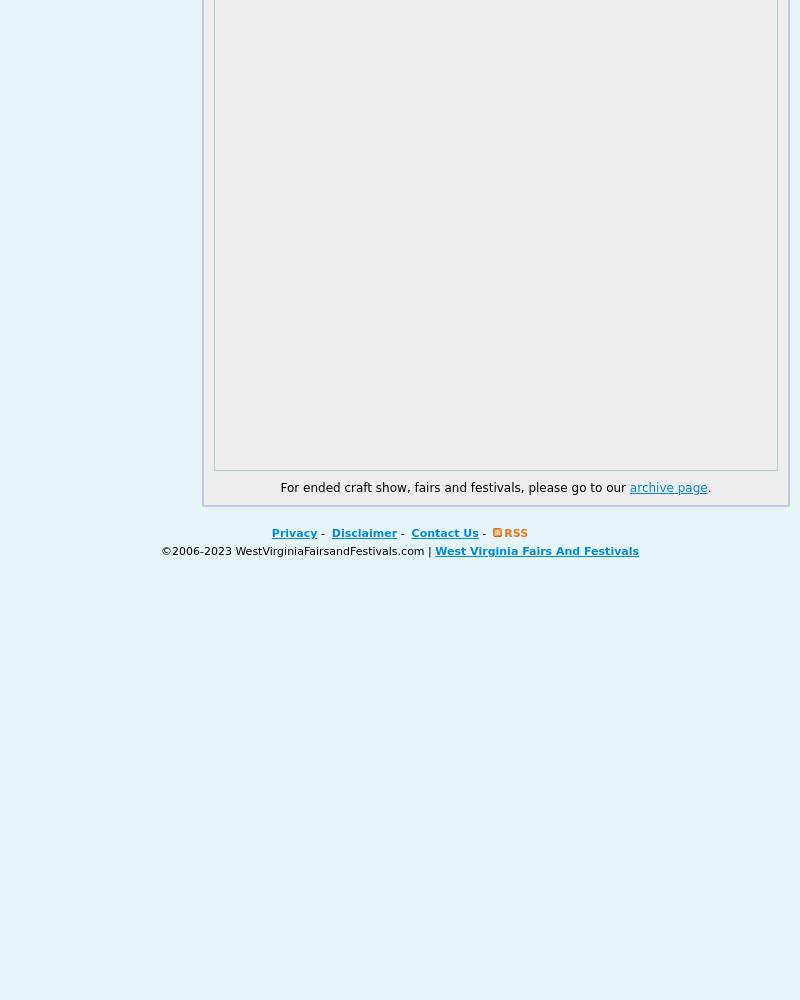 This screenshot has width=800, height=1000. I want to click on 'archive page', so click(668, 487).